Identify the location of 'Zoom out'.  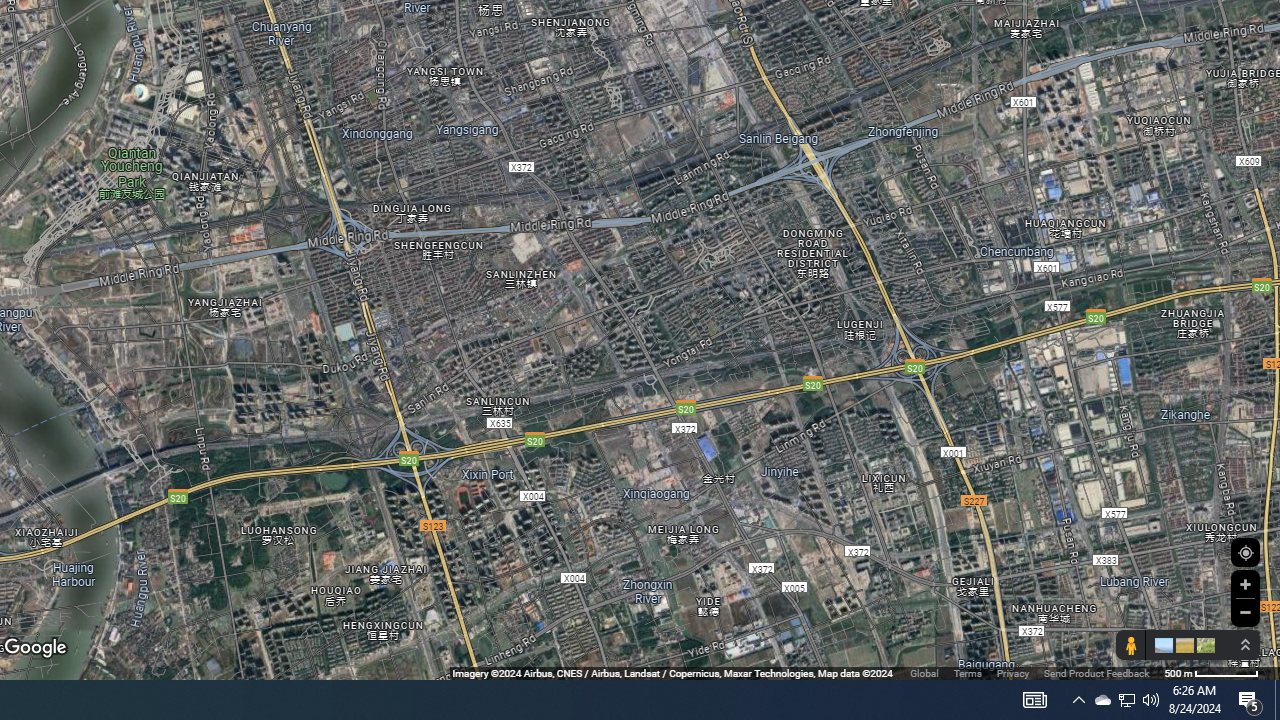
(1244, 611).